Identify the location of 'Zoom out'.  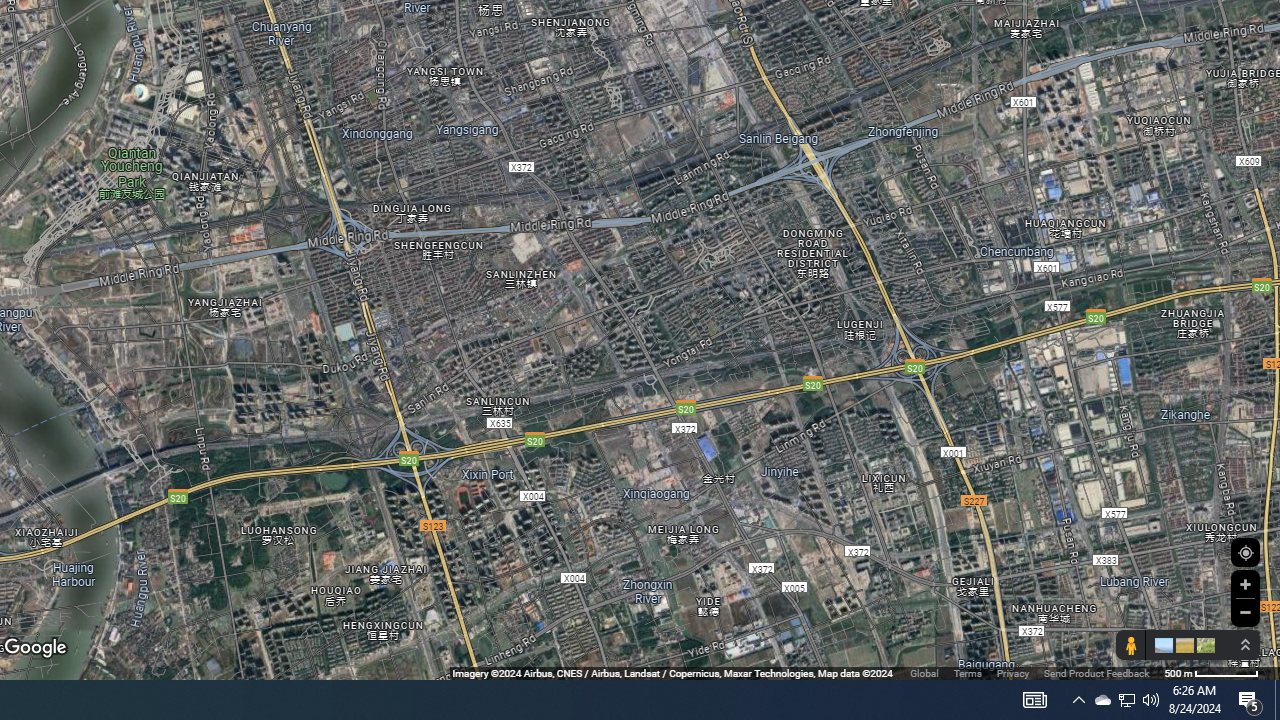
(1244, 611).